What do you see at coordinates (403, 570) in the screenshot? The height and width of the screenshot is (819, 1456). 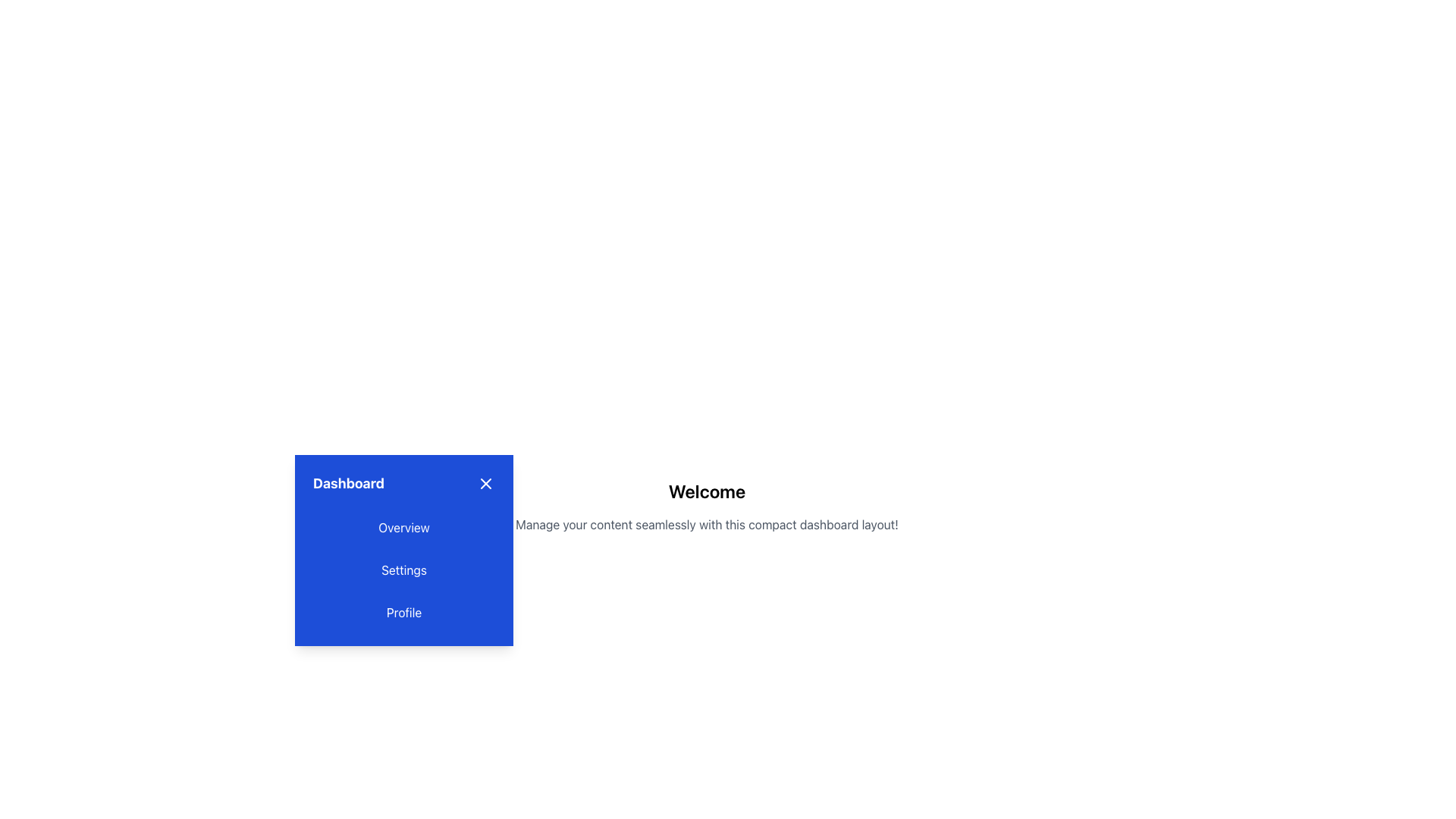 I see `the 'Settings' hyperlink menu item, which is the second item in the blue sidebar menu` at bounding box center [403, 570].